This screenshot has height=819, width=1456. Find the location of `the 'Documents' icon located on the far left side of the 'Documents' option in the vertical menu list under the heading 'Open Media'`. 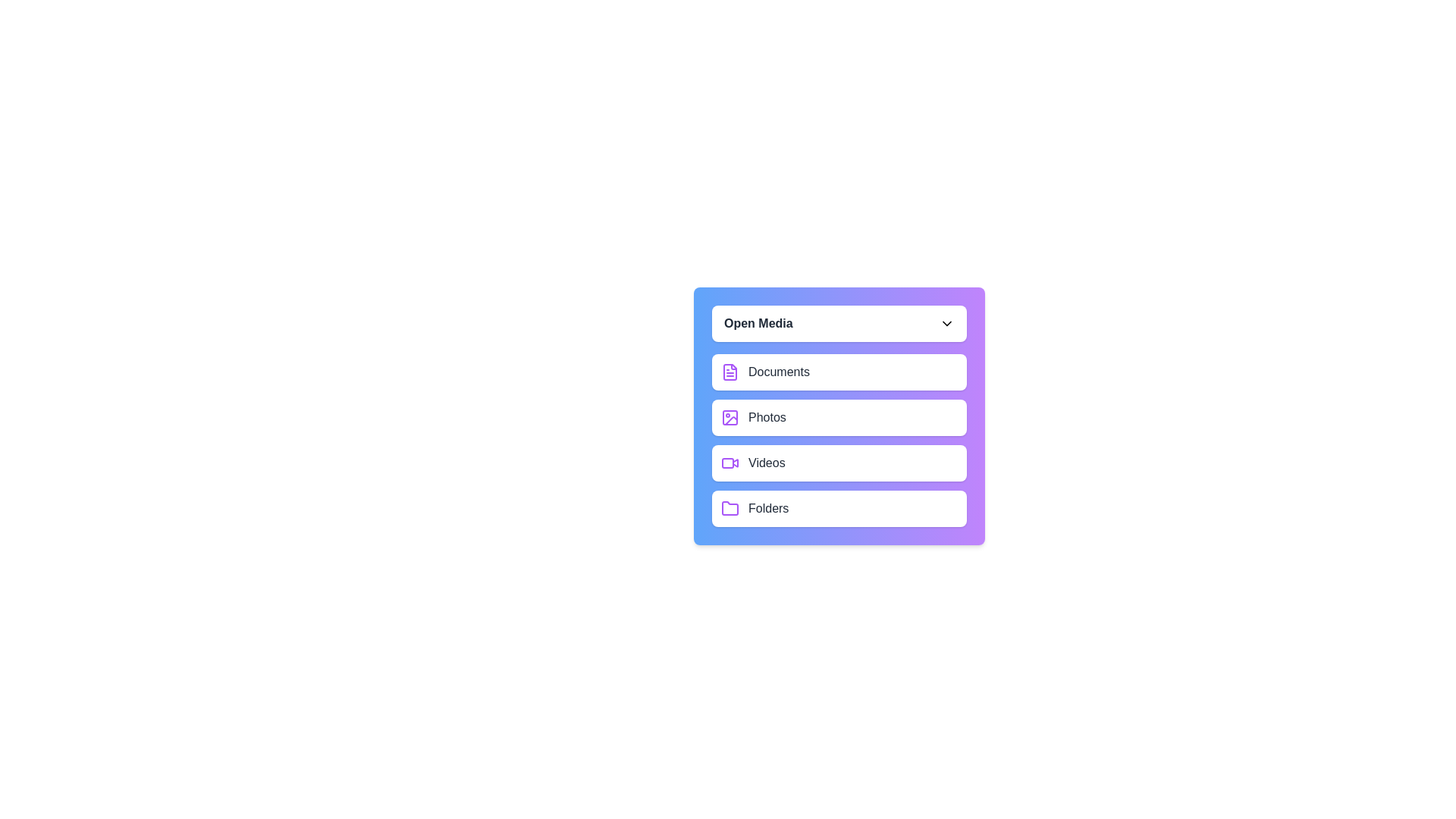

the 'Documents' icon located on the far left side of the 'Documents' option in the vertical menu list under the heading 'Open Media' is located at coordinates (730, 372).